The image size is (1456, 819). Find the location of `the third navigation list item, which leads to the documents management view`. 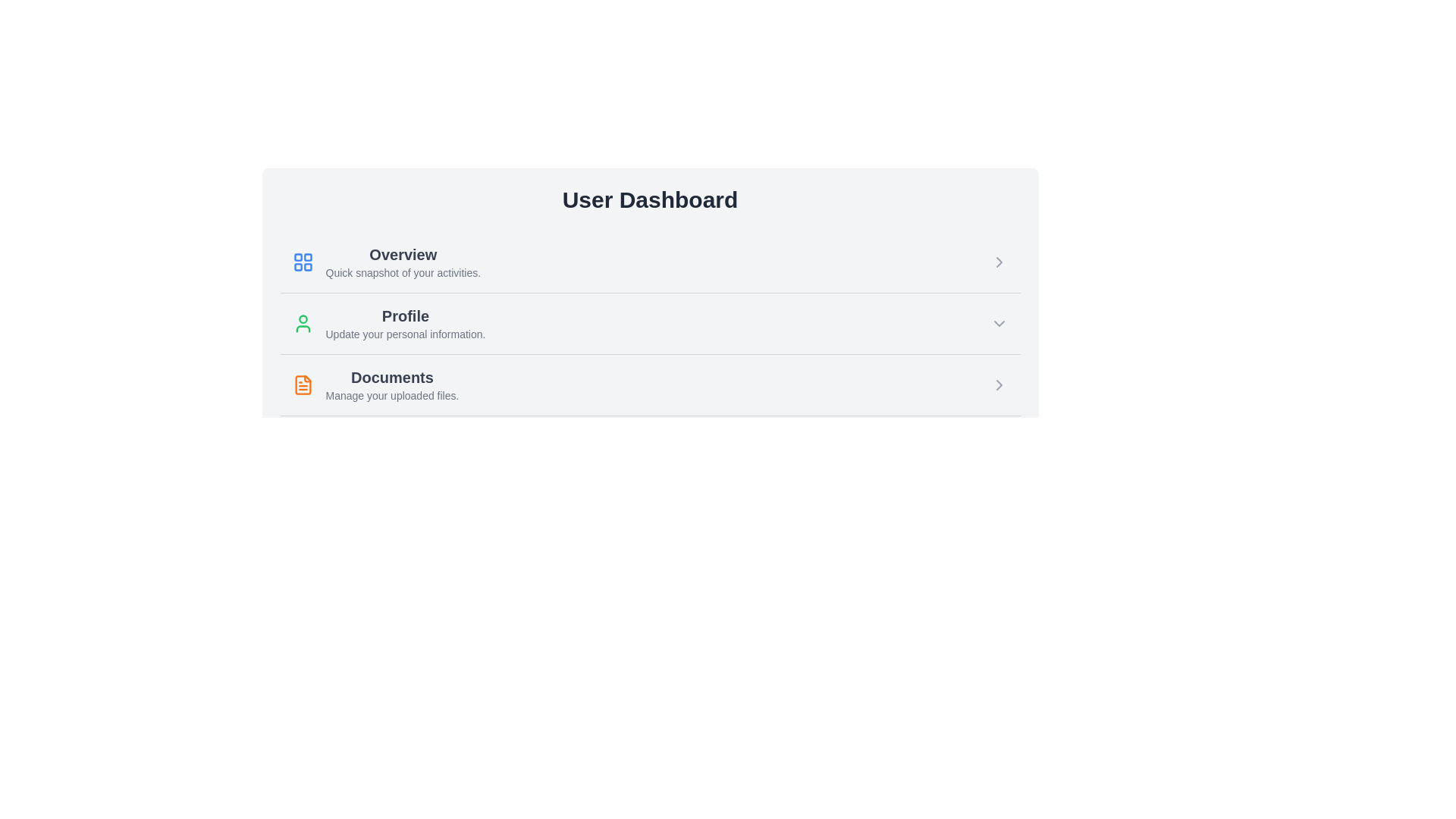

the third navigation list item, which leads to the documents management view is located at coordinates (650, 384).